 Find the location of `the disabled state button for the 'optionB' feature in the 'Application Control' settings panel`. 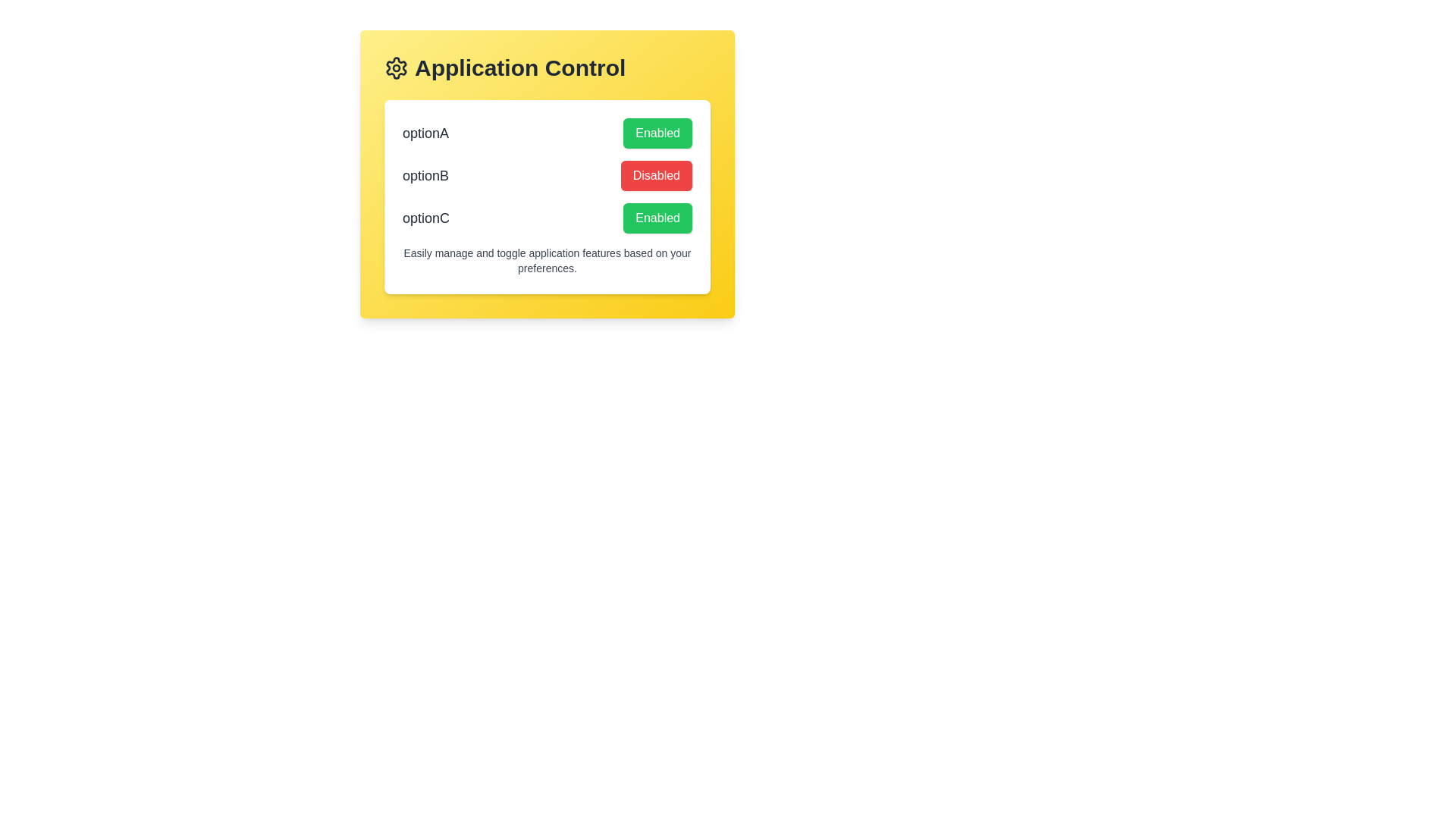

the disabled state button for the 'optionB' feature in the 'Application Control' settings panel is located at coordinates (656, 174).